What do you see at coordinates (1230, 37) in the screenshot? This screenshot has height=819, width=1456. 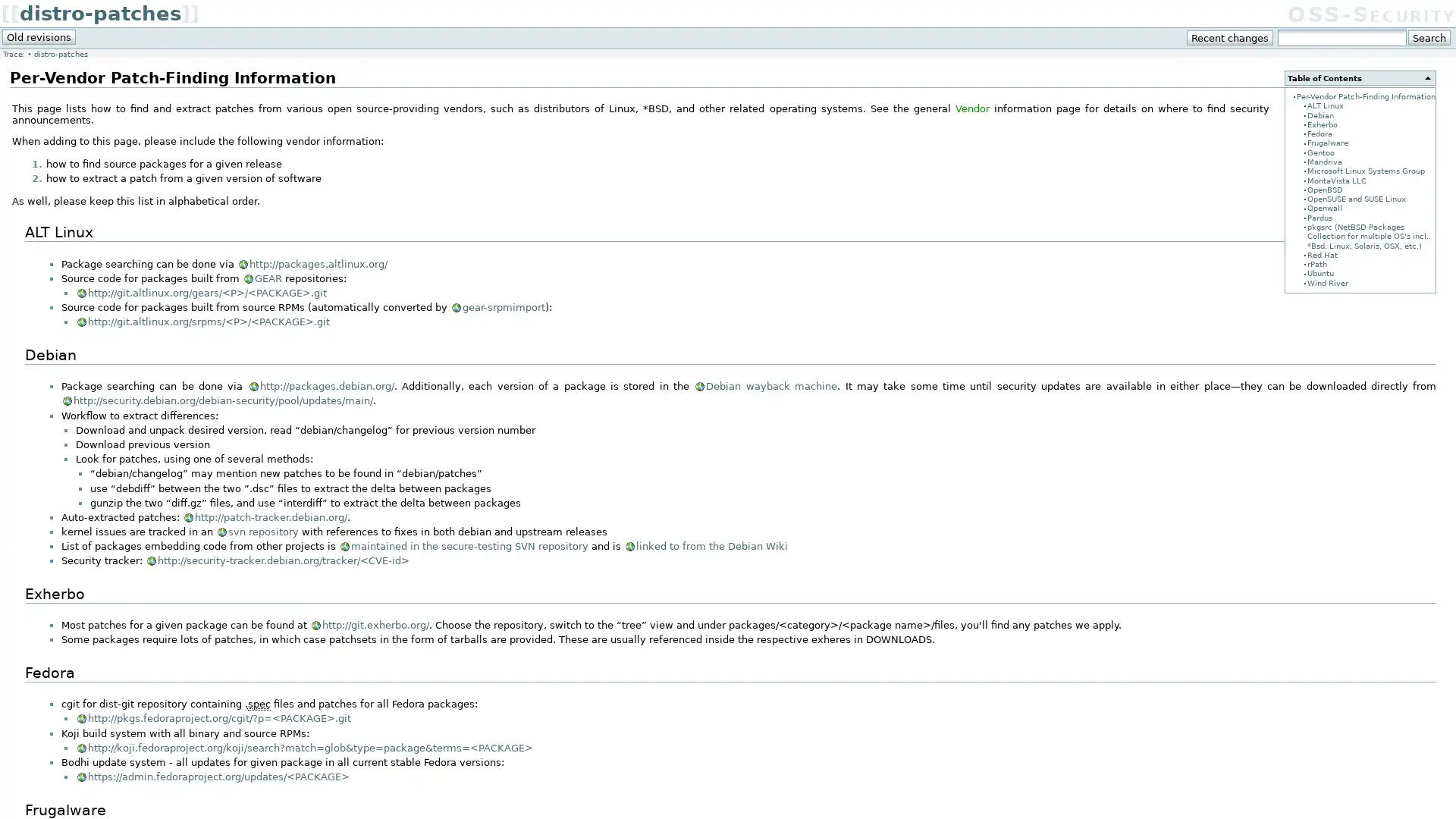 I see `Recent changes` at bounding box center [1230, 37].